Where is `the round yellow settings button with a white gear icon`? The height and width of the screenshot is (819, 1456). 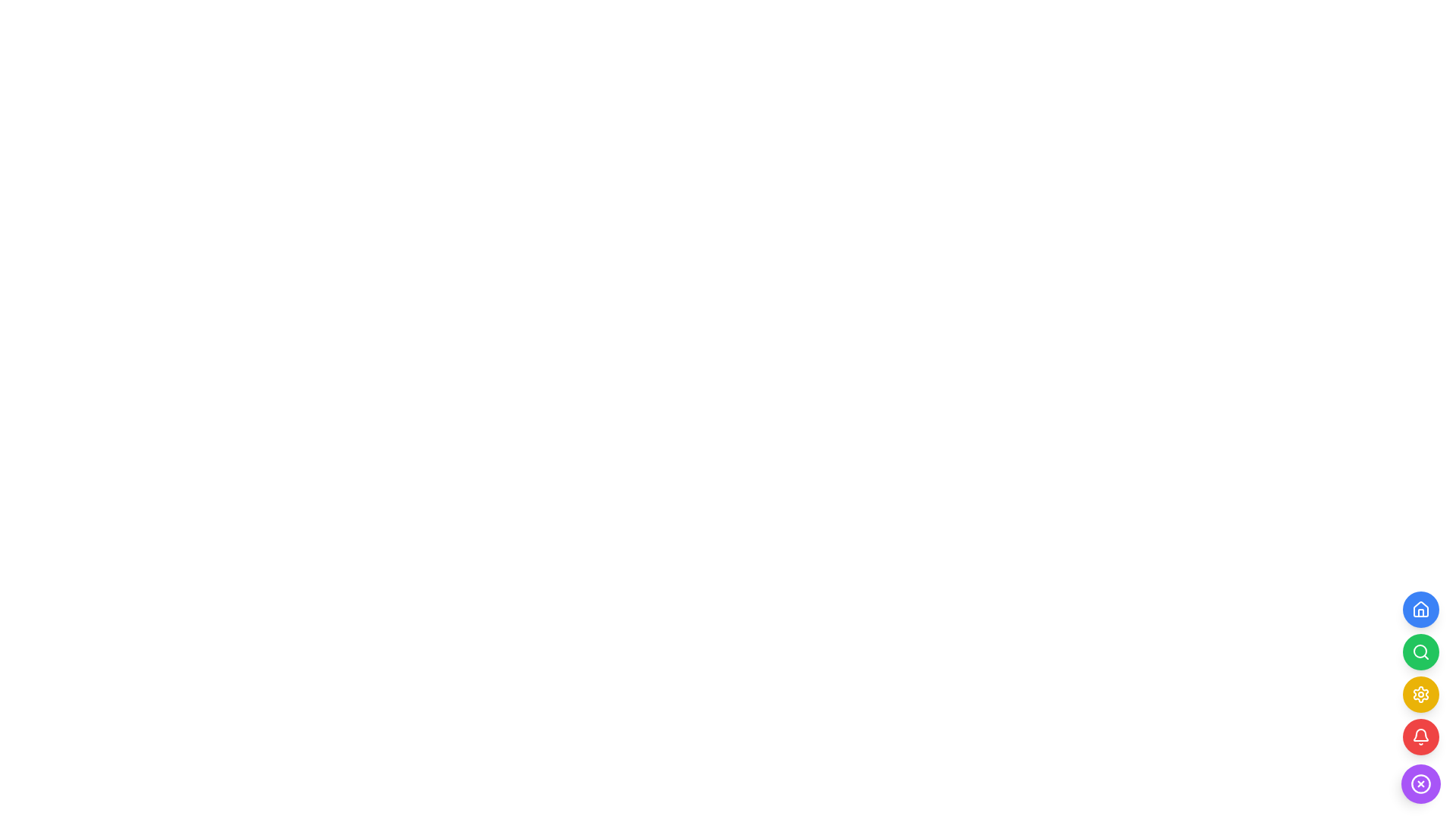
the round yellow settings button with a white gear icon is located at coordinates (1420, 698).